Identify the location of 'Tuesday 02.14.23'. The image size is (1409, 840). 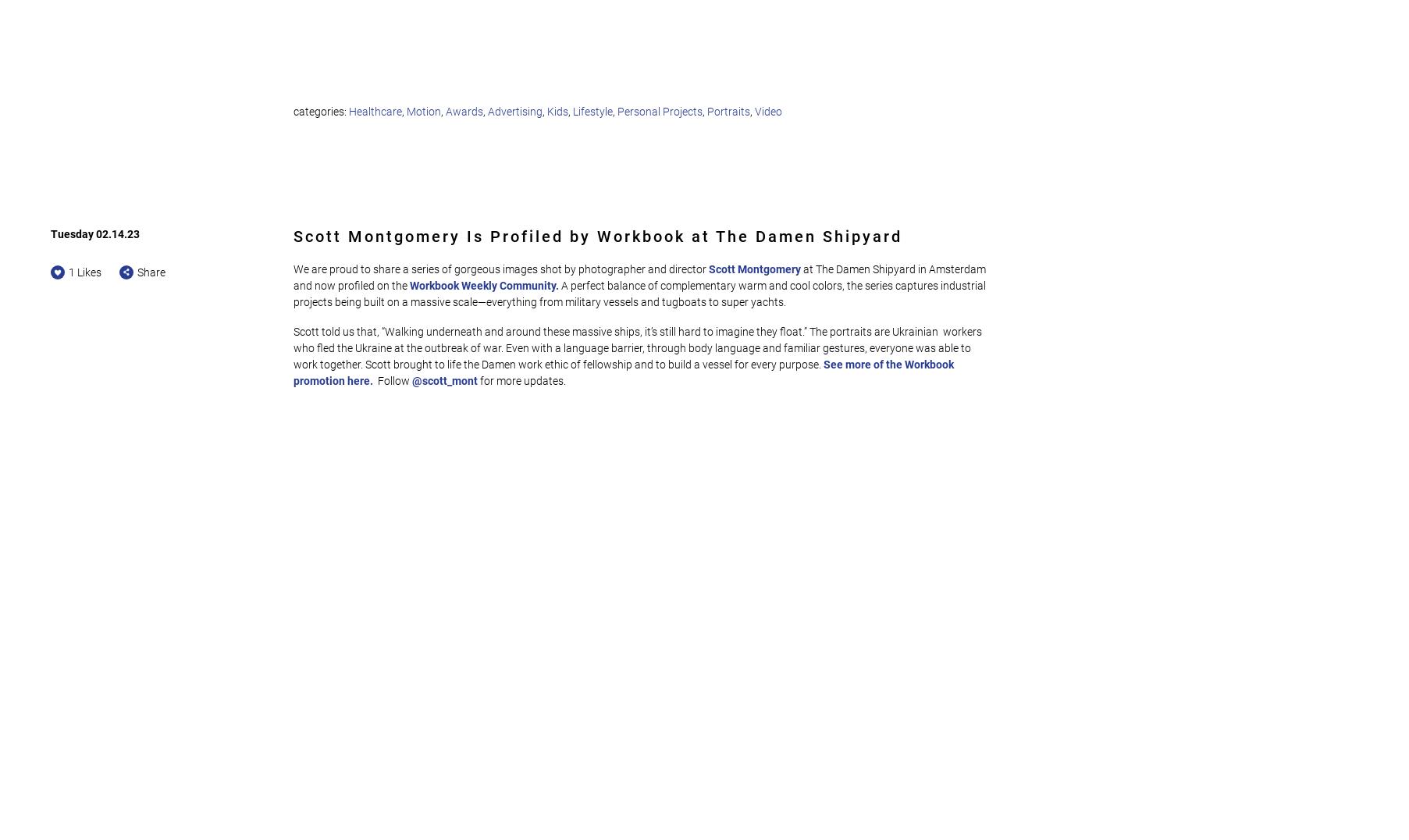
(95, 233).